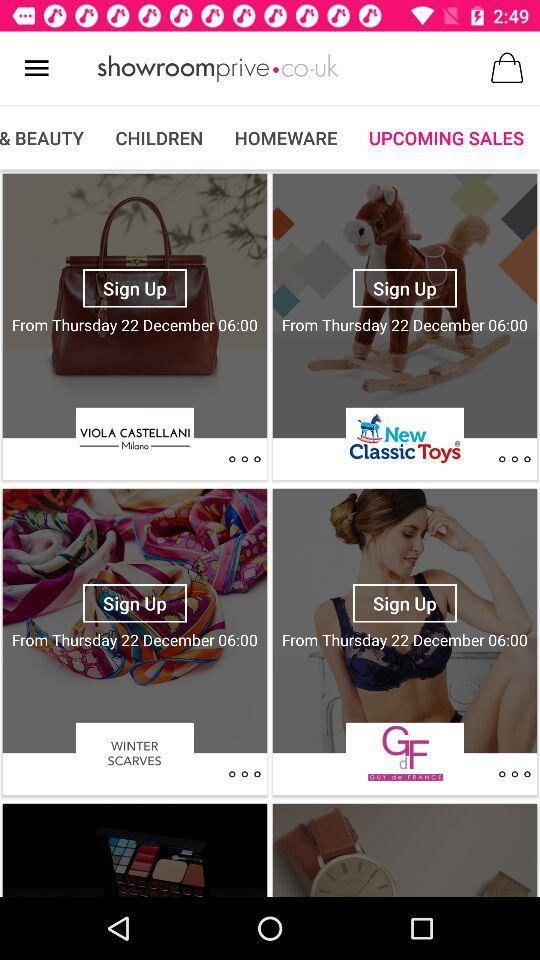 Image resolution: width=540 pixels, height=960 pixels. Describe the element at coordinates (244, 459) in the screenshot. I see `overflow menu` at that location.